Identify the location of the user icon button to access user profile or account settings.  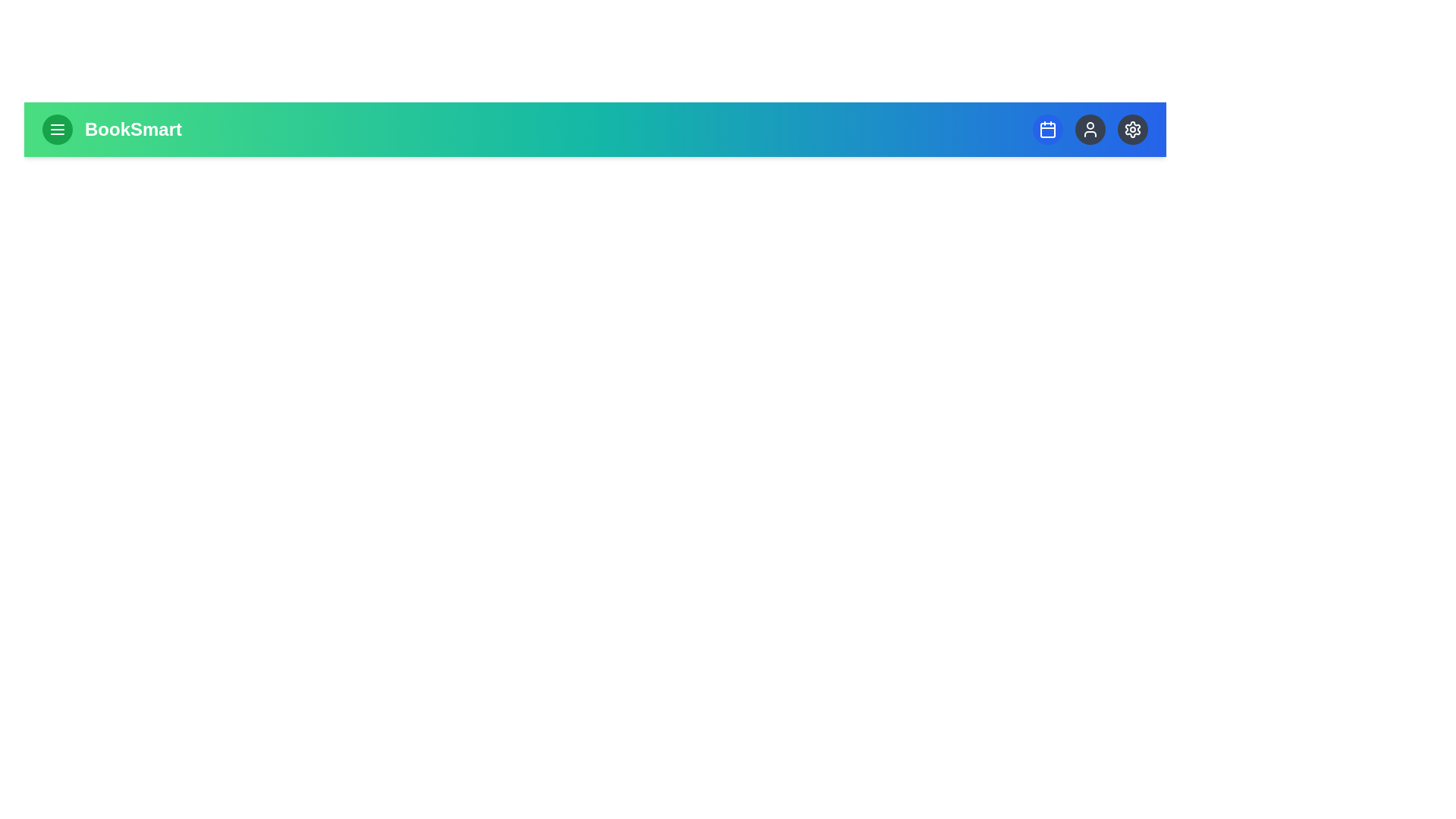
(1090, 128).